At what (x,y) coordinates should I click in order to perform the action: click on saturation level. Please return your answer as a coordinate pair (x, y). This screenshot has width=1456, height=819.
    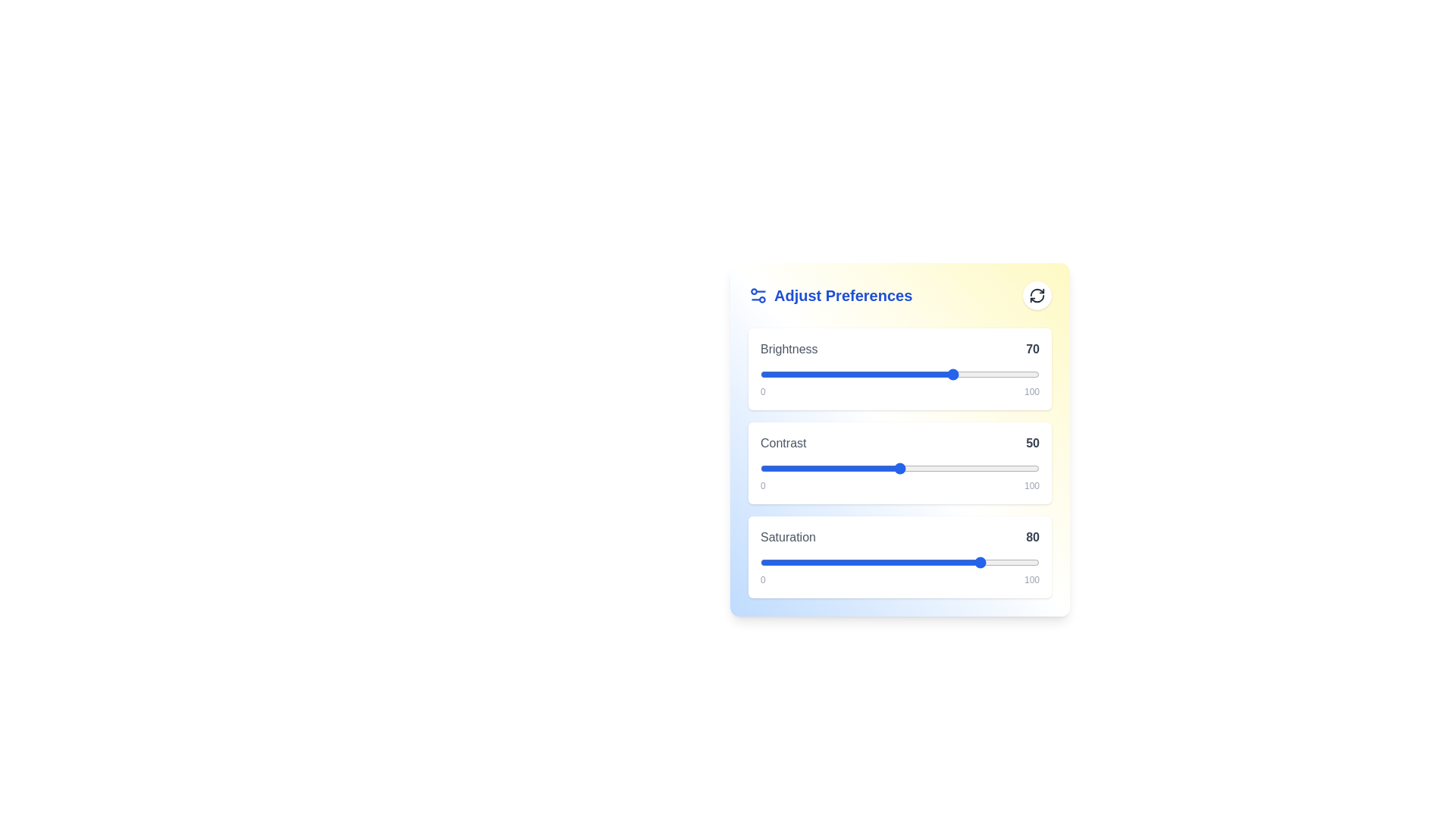
    Looking at the image, I should click on (774, 562).